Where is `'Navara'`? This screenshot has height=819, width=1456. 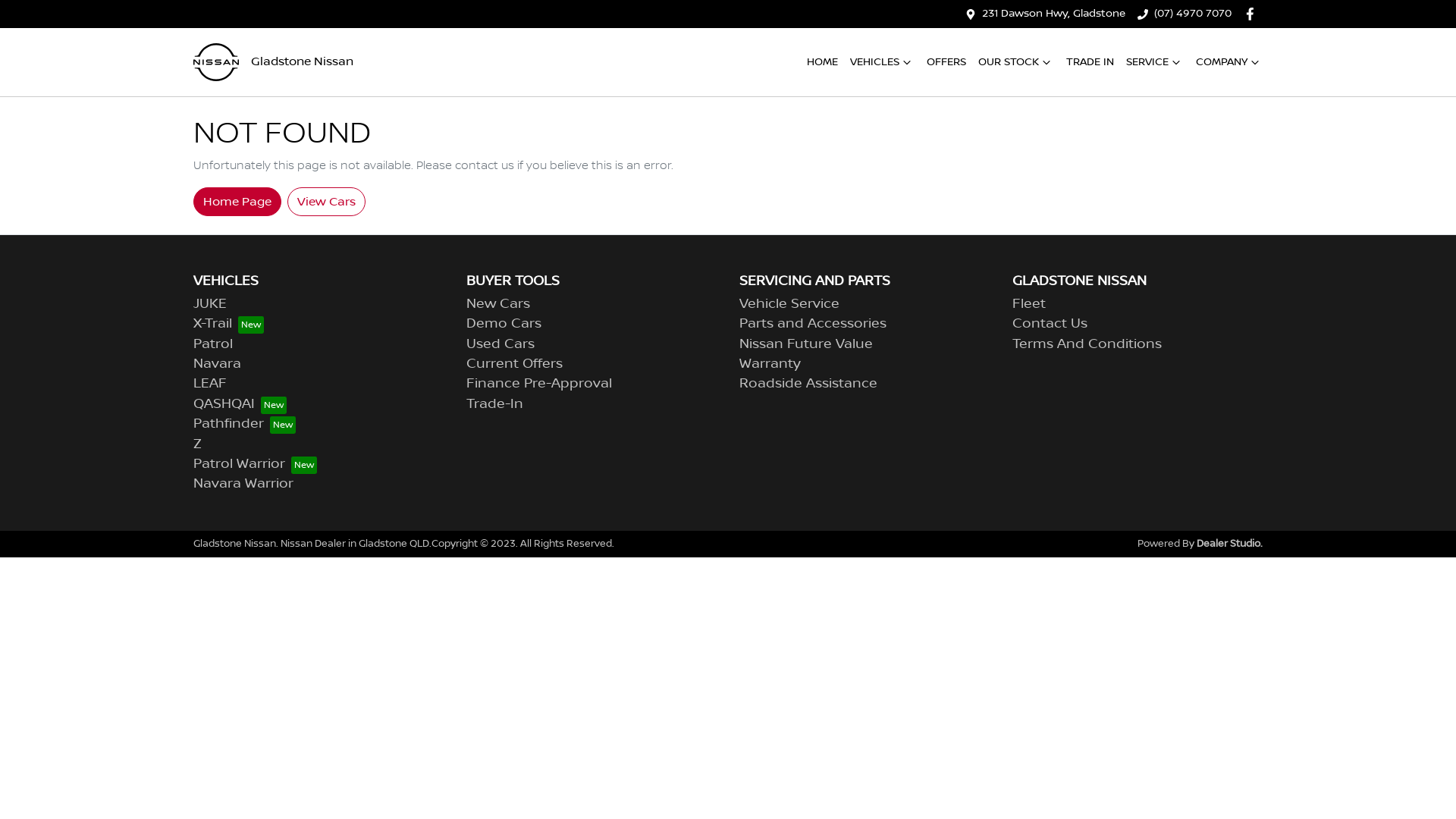 'Navara' is located at coordinates (216, 363).